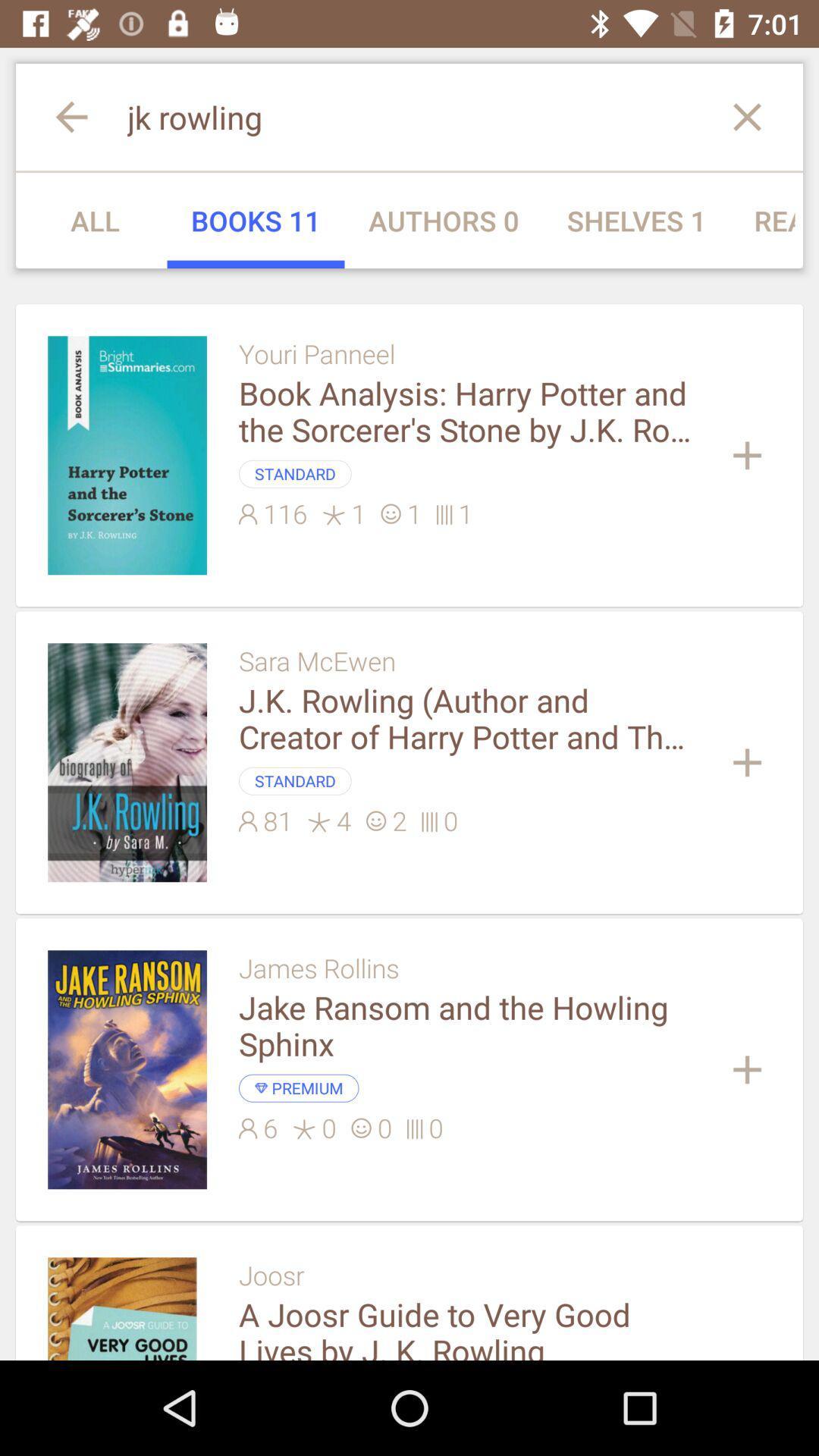  I want to click on the arrow_backward icon, so click(55, 116).